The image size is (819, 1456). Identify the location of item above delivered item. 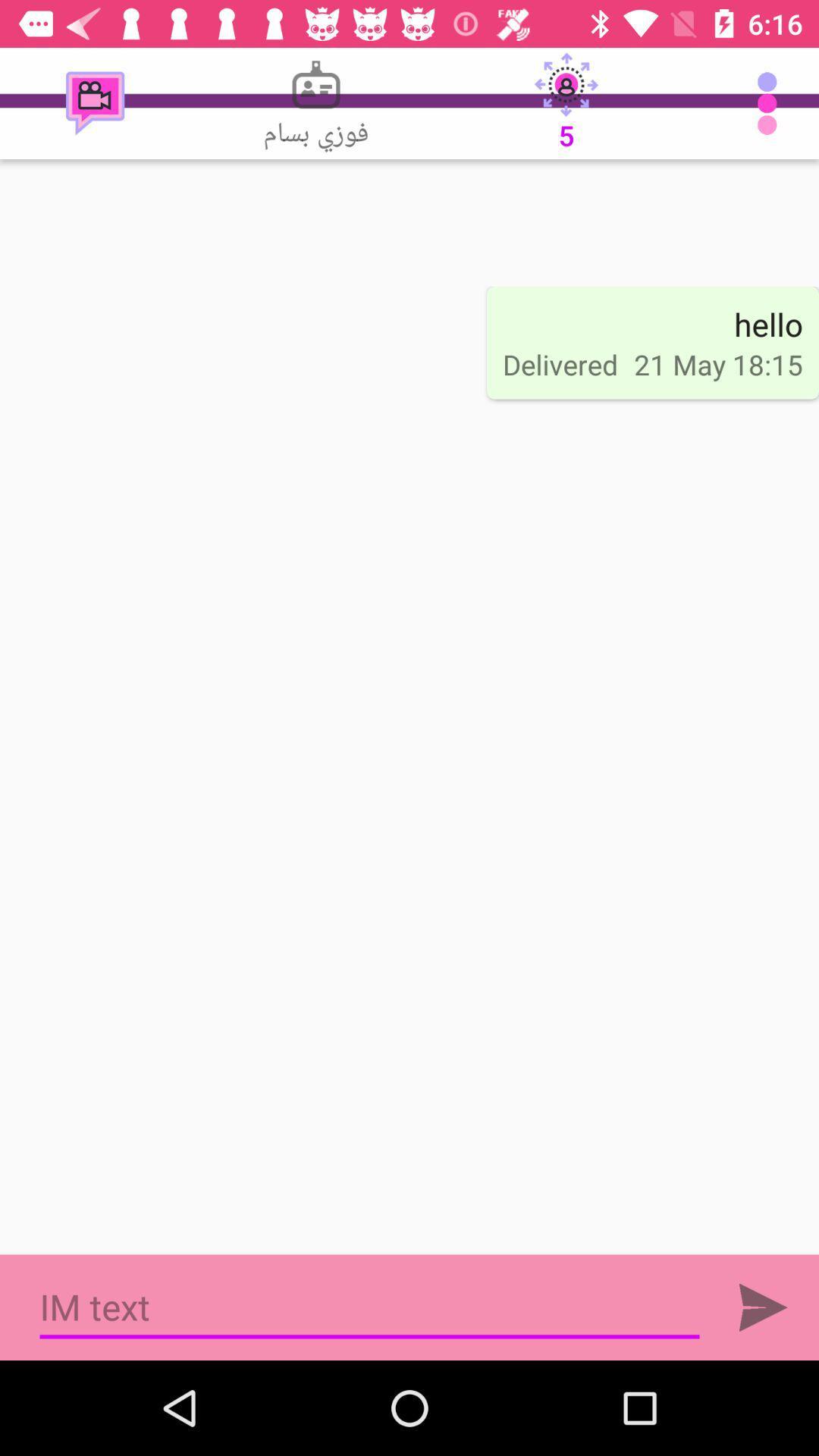
(566, 102).